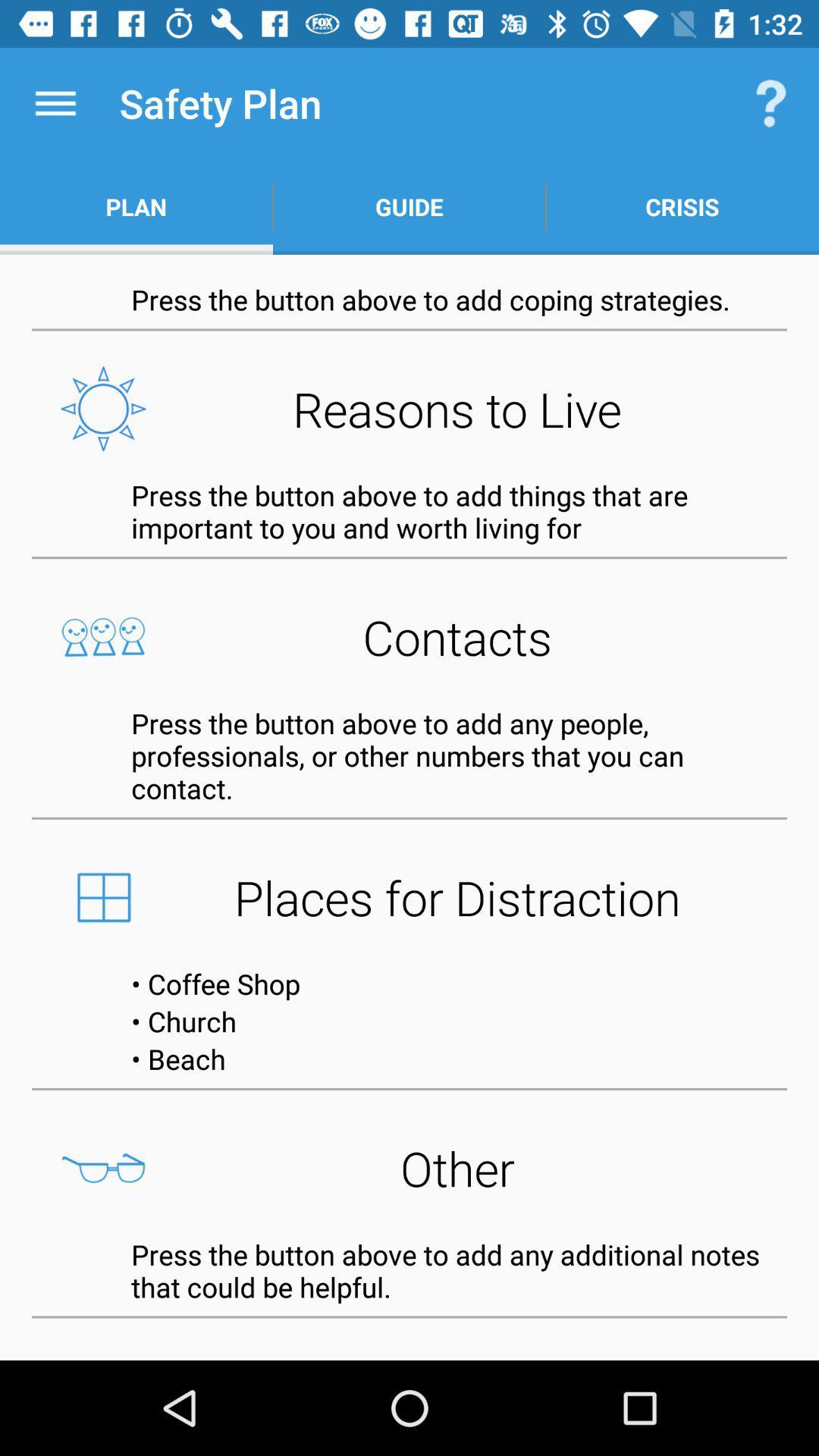 This screenshot has width=819, height=1456. Describe the element at coordinates (681, 206) in the screenshot. I see `crisis item` at that location.